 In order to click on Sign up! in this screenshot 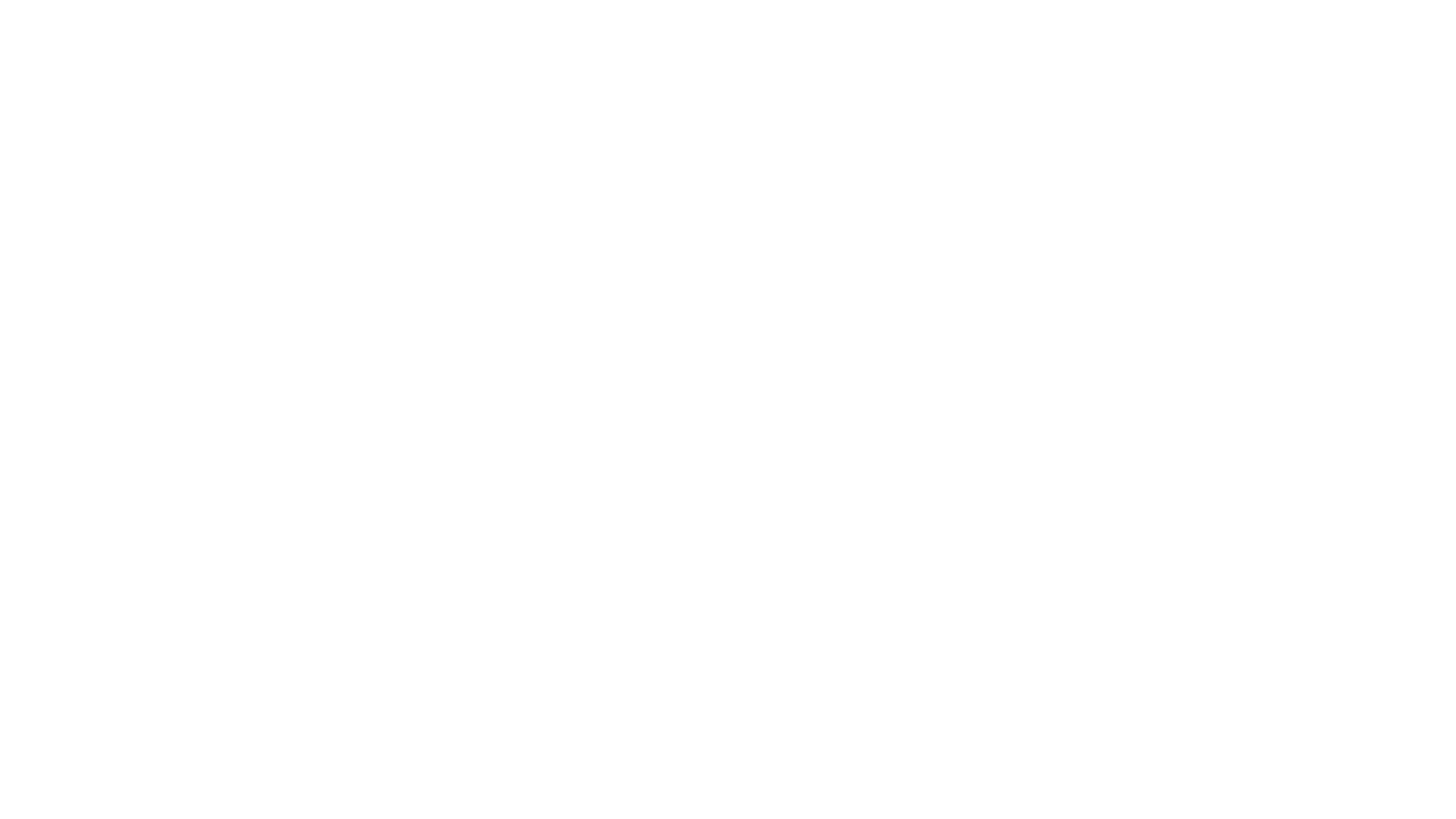, I will do `click(1215, 259)`.